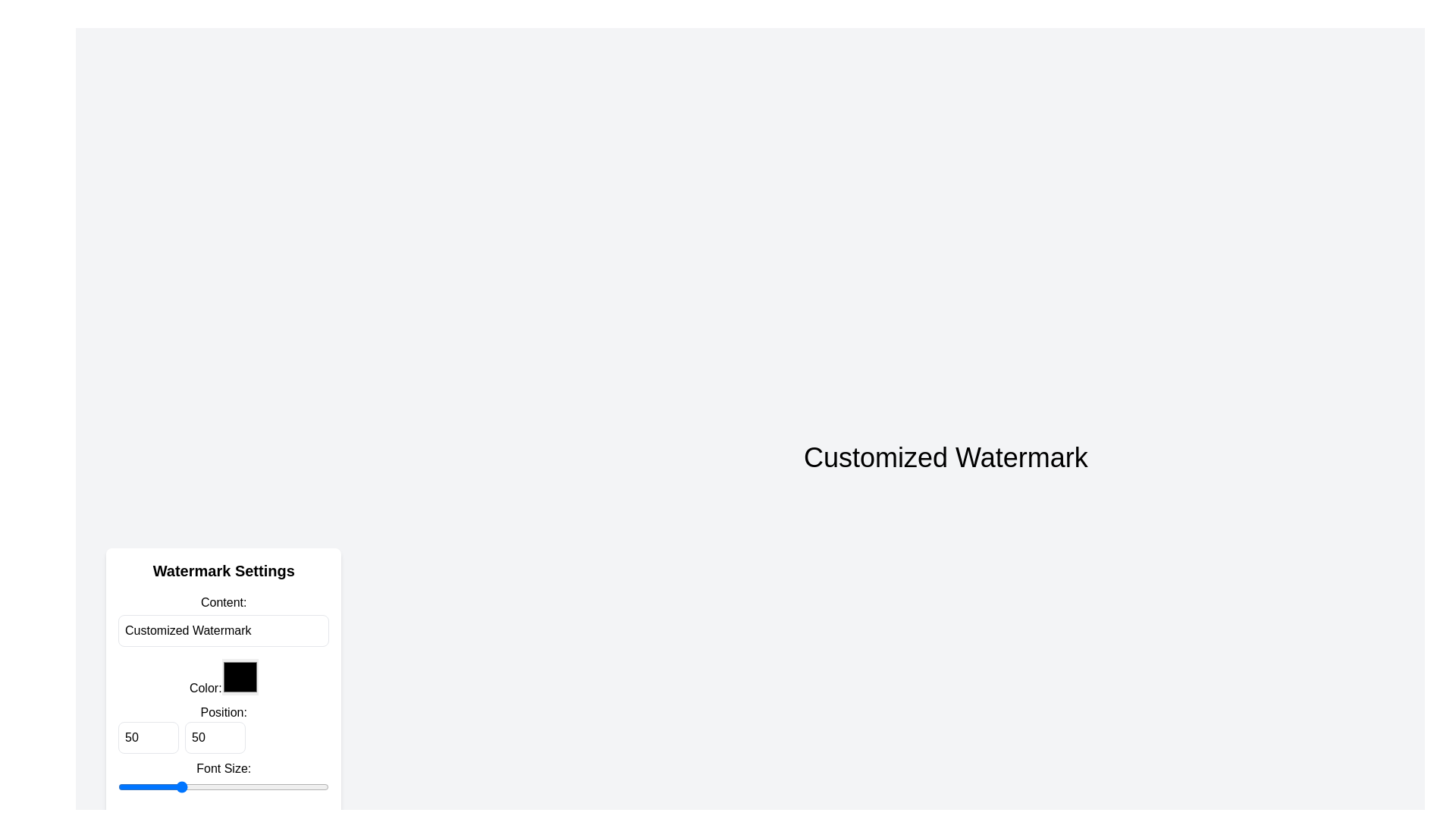 Image resolution: width=1456 pixels, height=819 pixels. I want to click on the font size, so click(149, 786).